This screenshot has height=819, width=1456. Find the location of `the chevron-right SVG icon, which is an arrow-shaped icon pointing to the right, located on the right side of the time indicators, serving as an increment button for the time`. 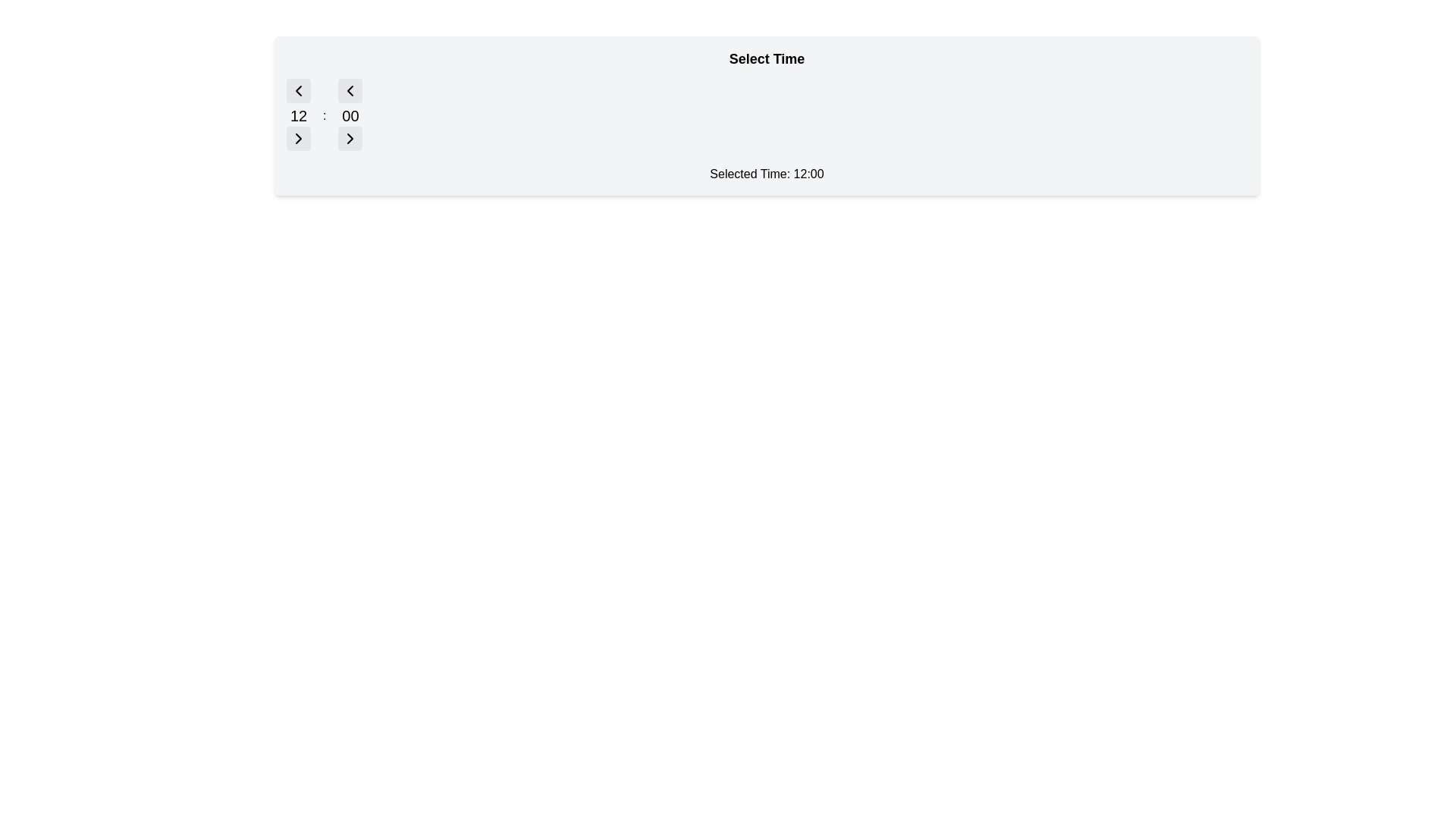

the chevron-right SVG icon, which is an arrow-shaped icon pointing to the right, located on the right side of the time indicators, serving as an increment button for the time is located at coordinates (298, 138).